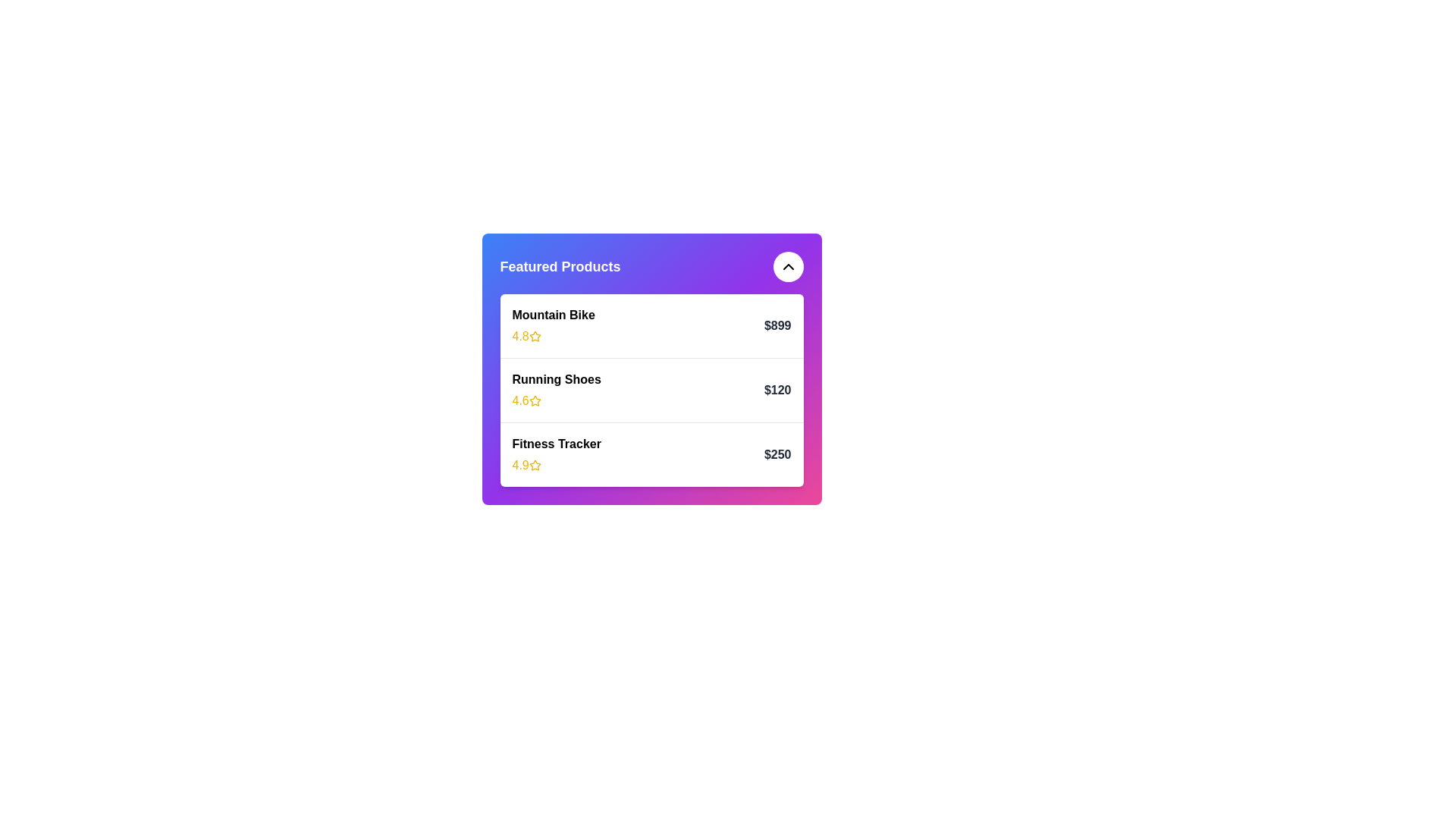 This screenshot has width=1456, height=819. Describe the element at coordinates (535, 464) in the screenshot. I see `the yellow star icon located in the bottom section of the 'Fitness Tracker' row to interact with the rating component` at that location.